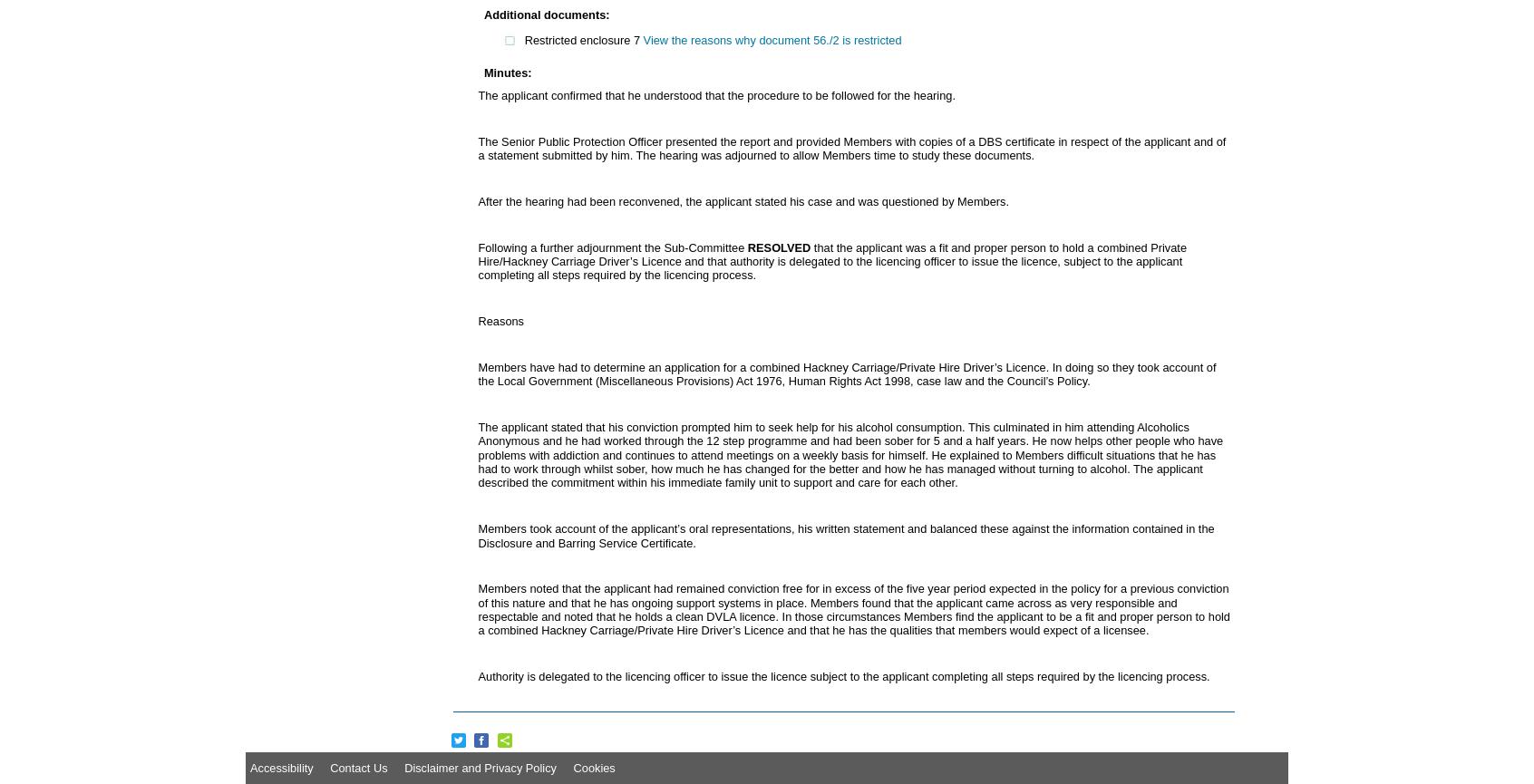  Describe the element at coordinates (478, 675) in the screenshot. I see `'Authority is delegated to the licencing
officer to issue the licence subject to the applicant completing
all steps required by the licencing process.'` at that location.